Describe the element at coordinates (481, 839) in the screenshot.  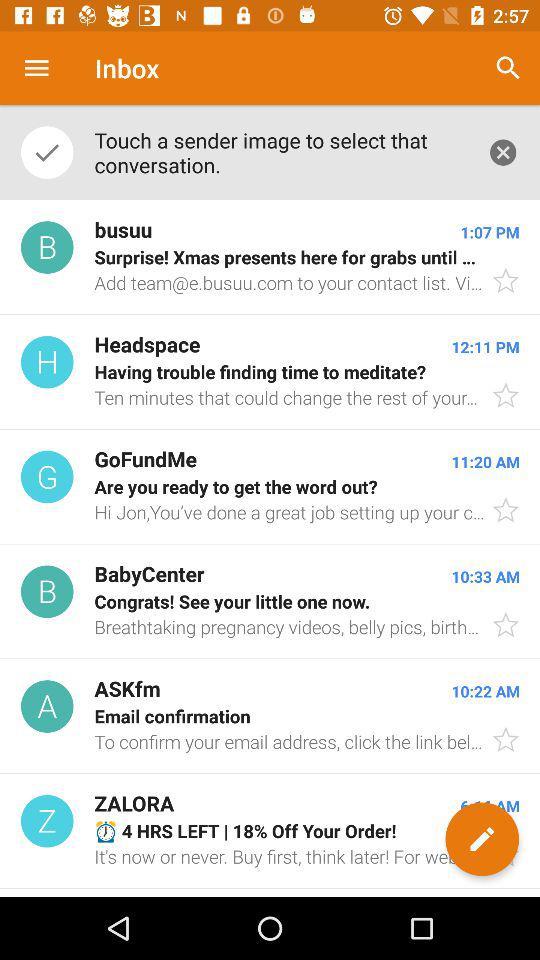
I see `the edit icon` at that location.